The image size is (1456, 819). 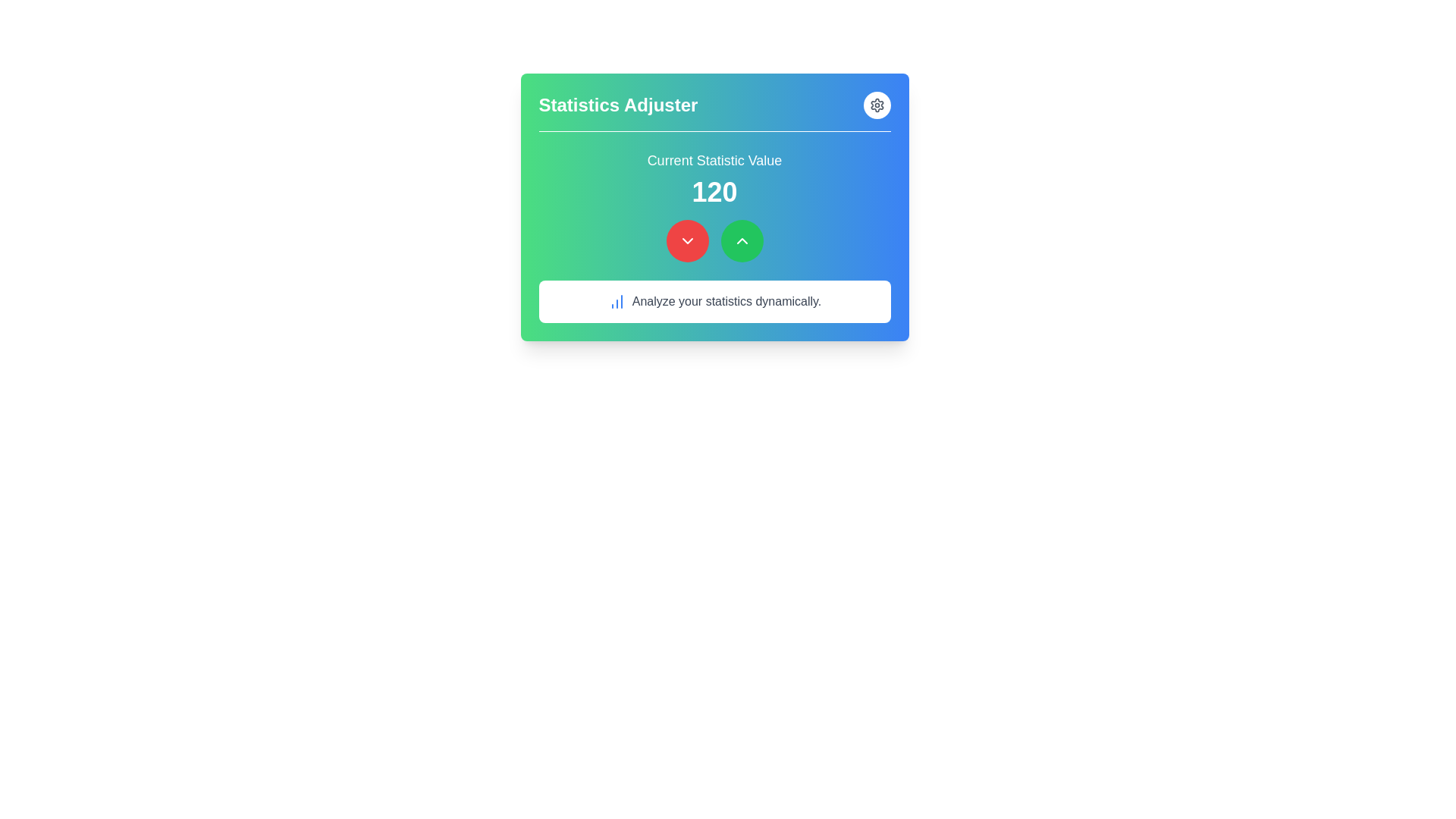 What do you see at coordinates (714, 301) in the screenshot?
I see `the Text-based information panel that contains the blue chart icon and the text 'Analyze your statistics dynamically.'` at bounding box center [714, 301].